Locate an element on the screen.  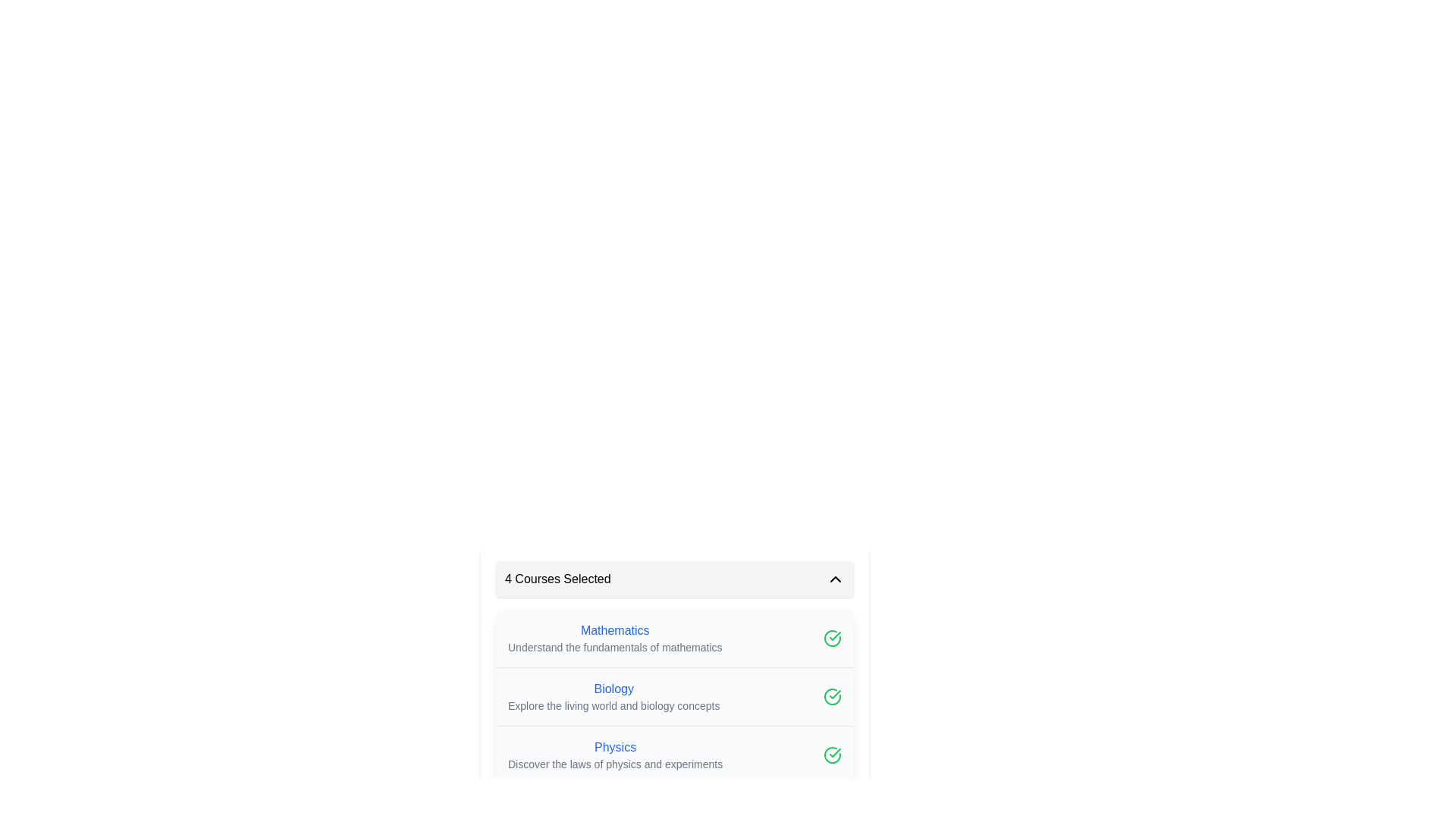
the 'Biology' course text block, which is the second item in the course list is located at coordinates (613, 696).